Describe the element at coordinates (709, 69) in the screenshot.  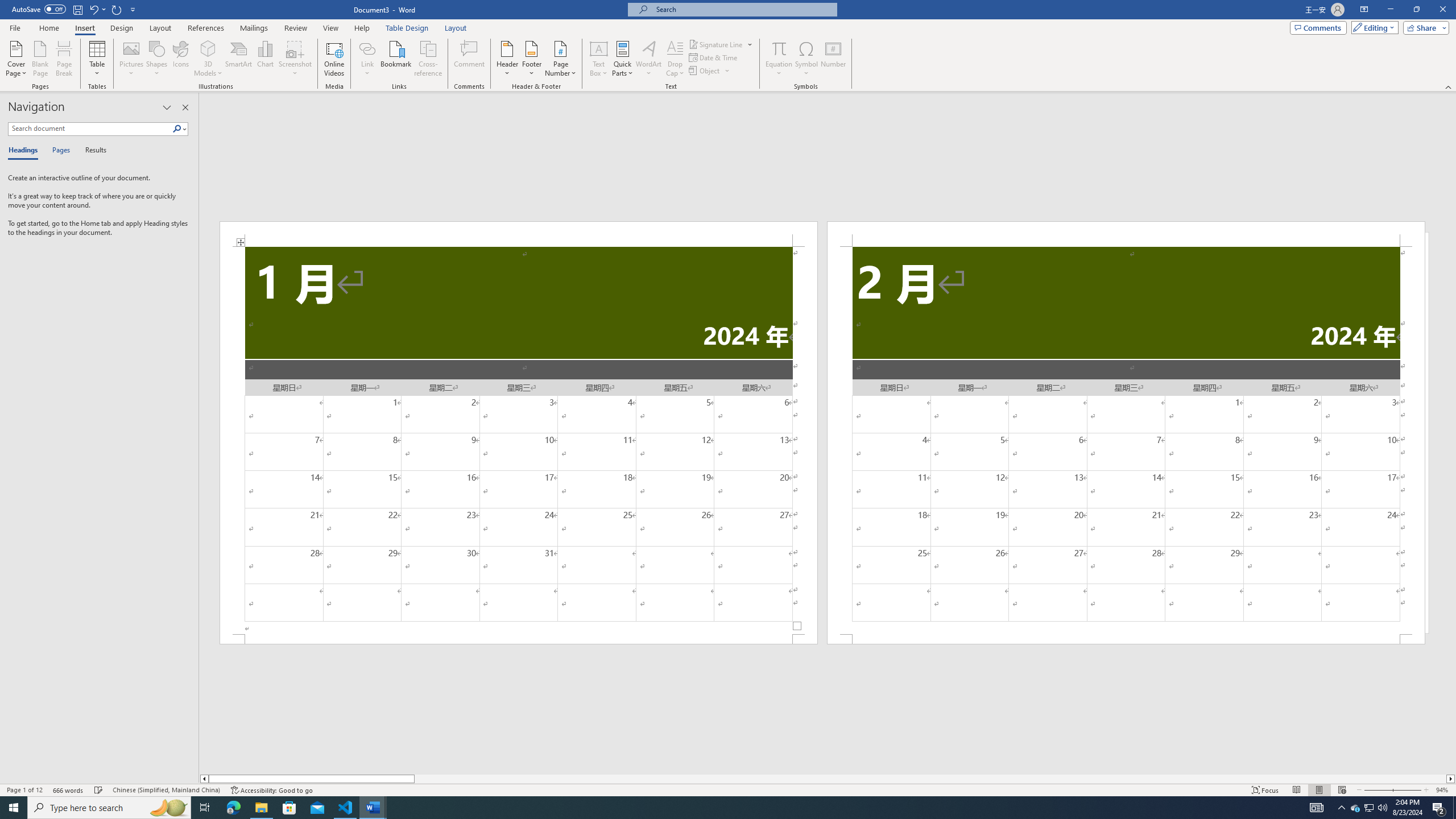
I see `'Object...'` at that location.